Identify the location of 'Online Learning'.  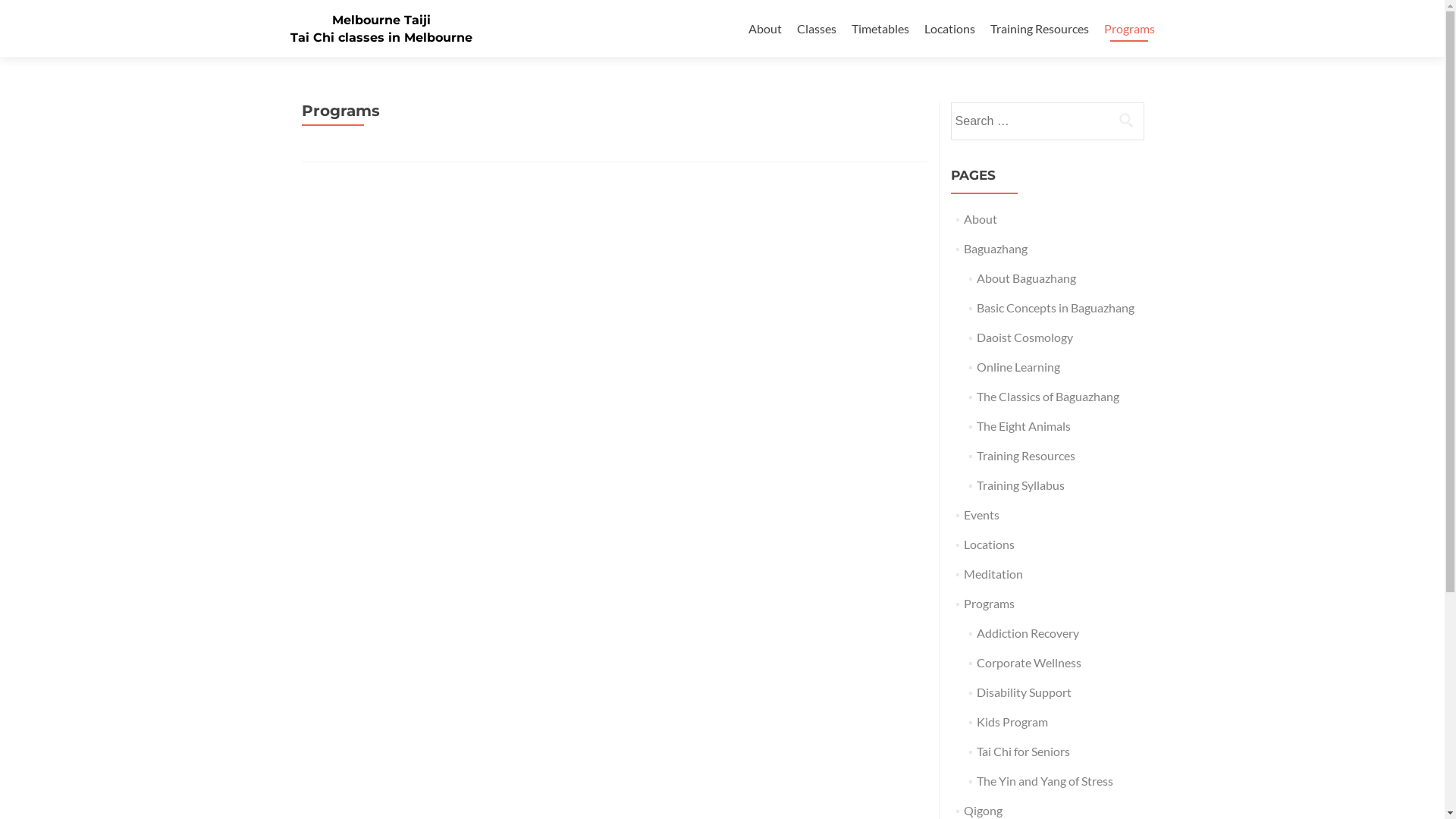
(1018, 366).